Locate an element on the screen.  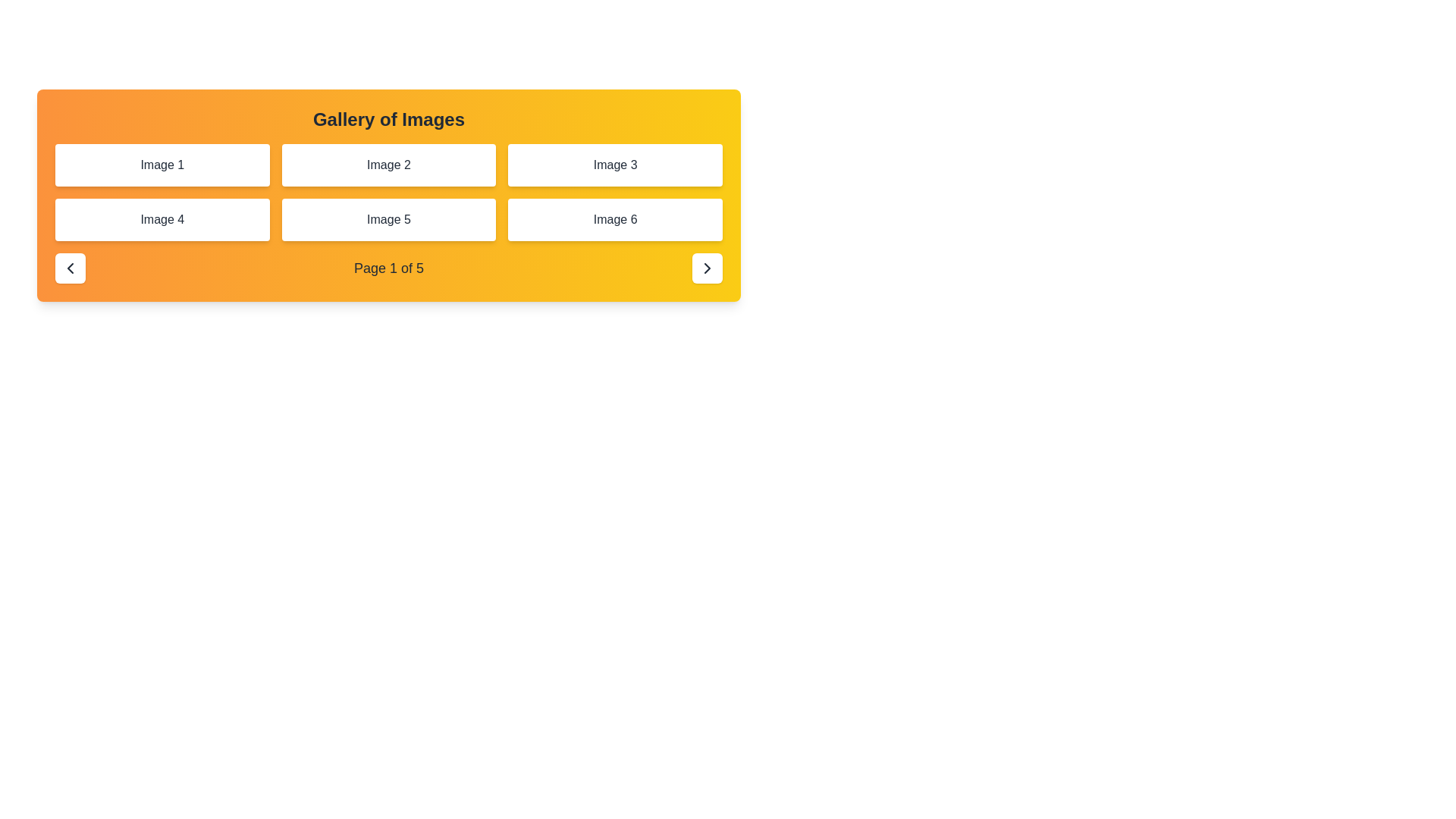
the Text Display element that indicates the current page and total pages in the pagination section of the 'Gallery of Images' is located at coordinates (389, 268).